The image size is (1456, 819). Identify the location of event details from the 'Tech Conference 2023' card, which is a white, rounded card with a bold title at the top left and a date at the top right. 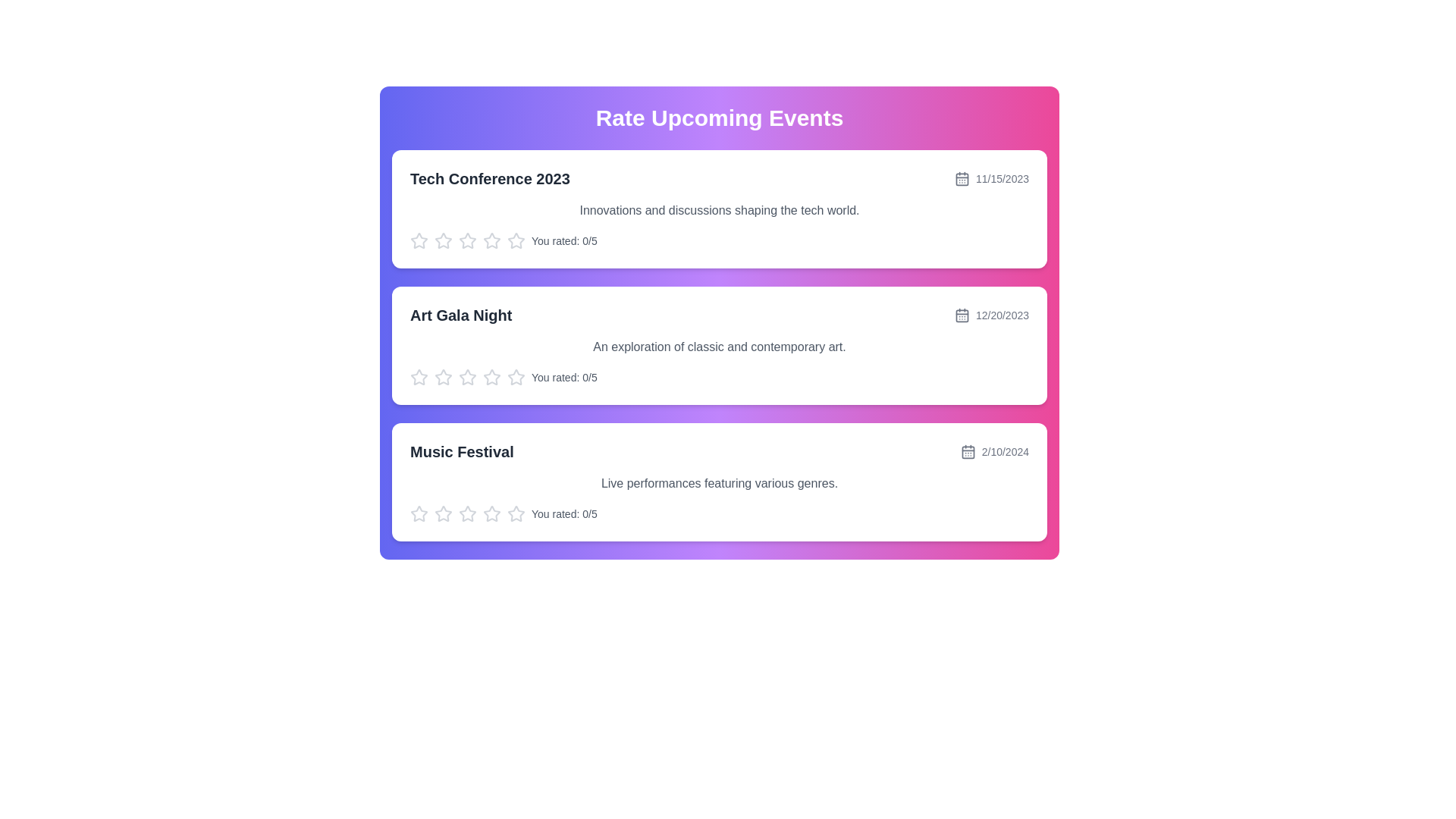
(719, 209).